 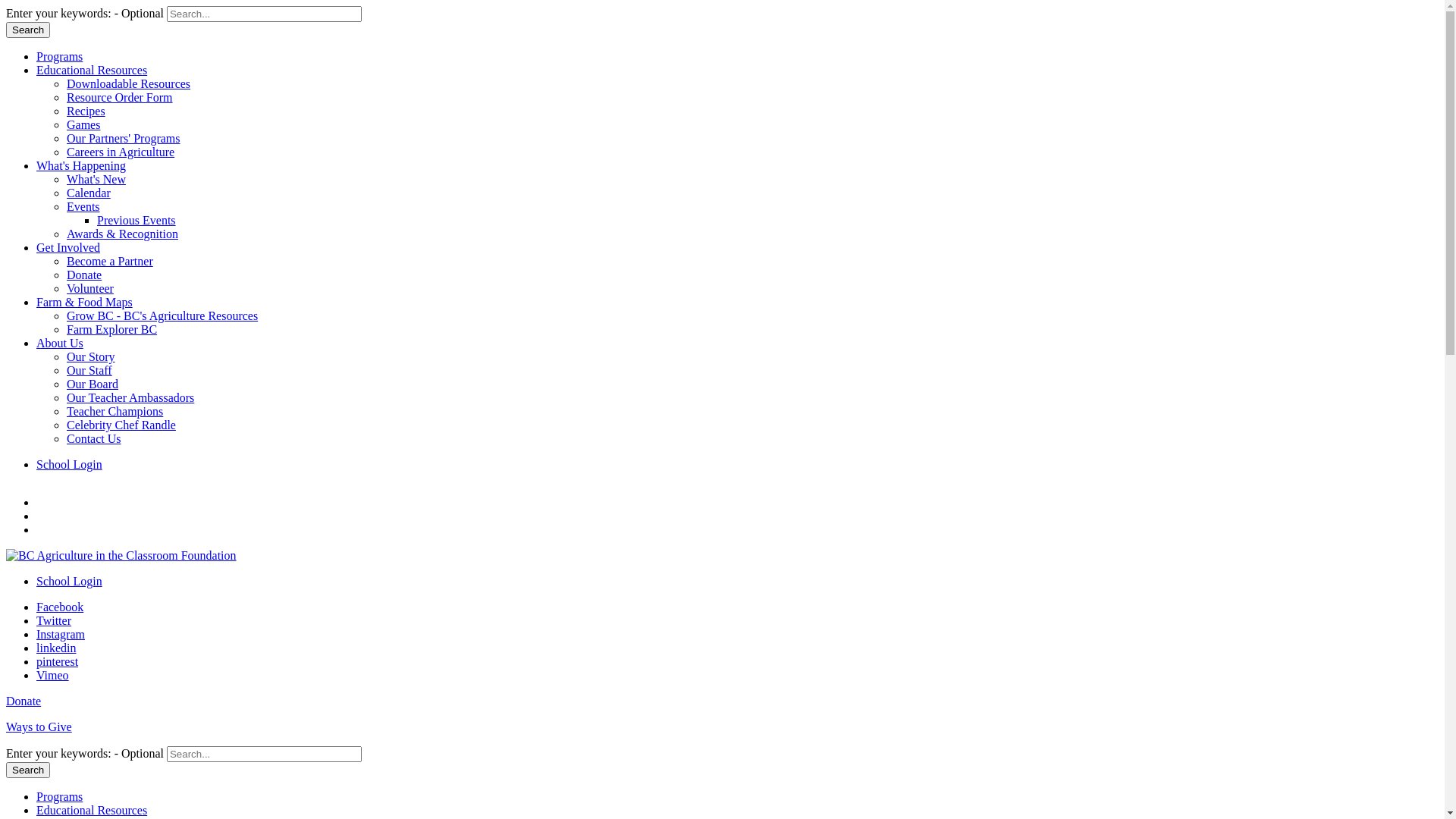 What do you see at coordinates (83, 302) in the screenshot?
I see `'Farm & Food Maps'` at bounding box center [83, 302].